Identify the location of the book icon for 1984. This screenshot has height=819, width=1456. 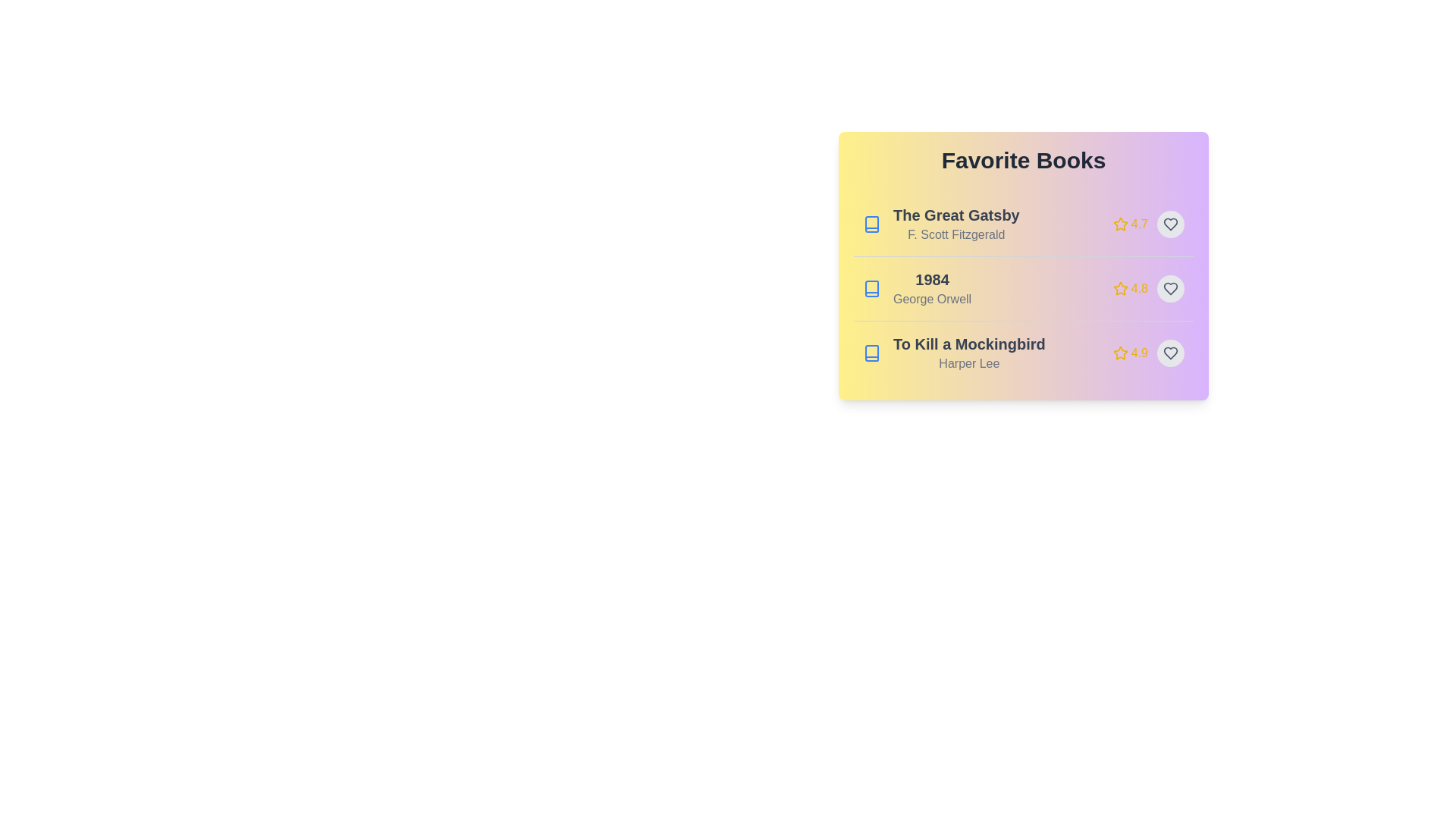
(872, 289).